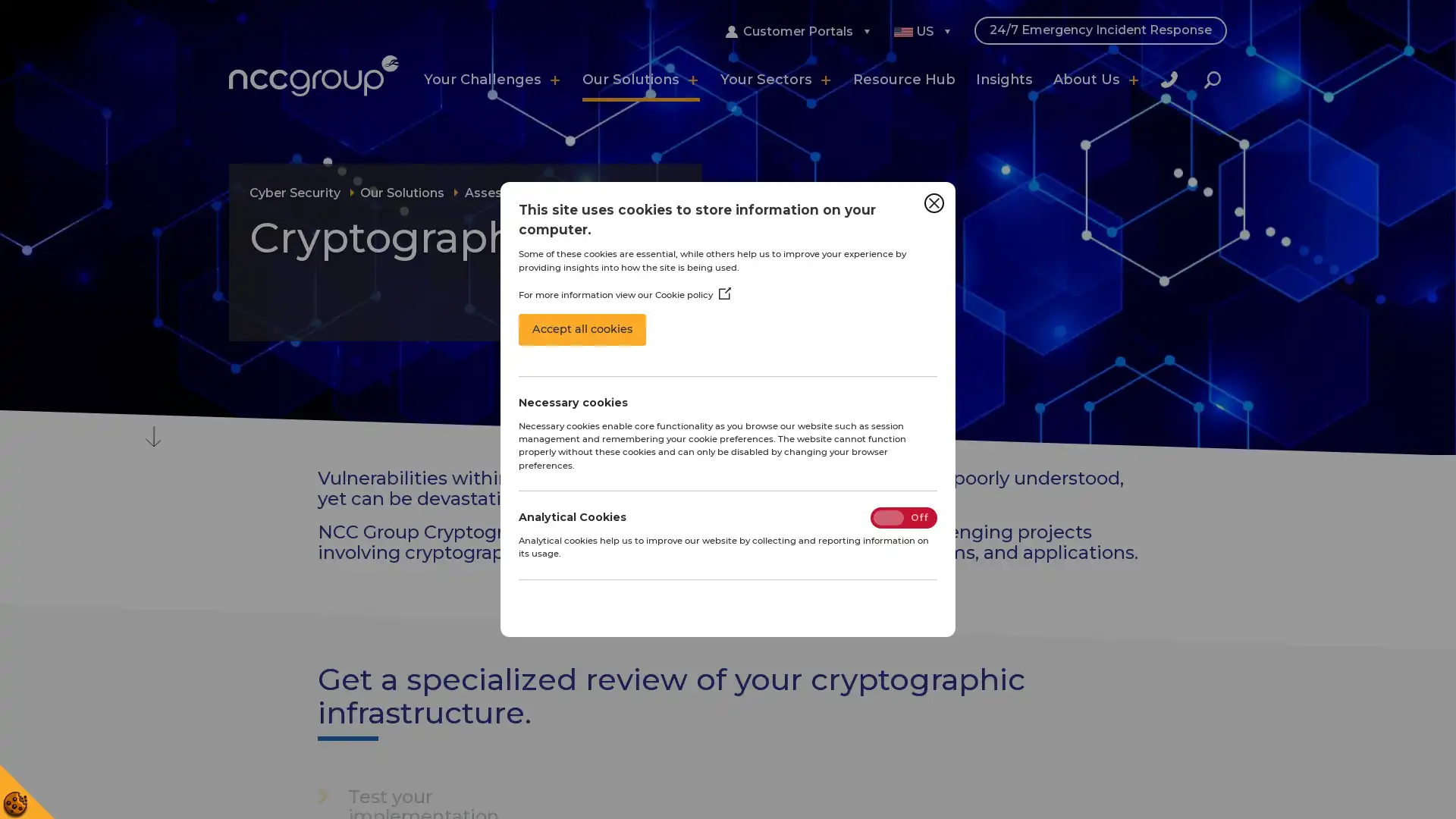 This screenshot has width=1456, height=819. What do you see at coordinates (1163, 133) in the screenshot?
I see `Close Search` at bounding box center [1163, 133].